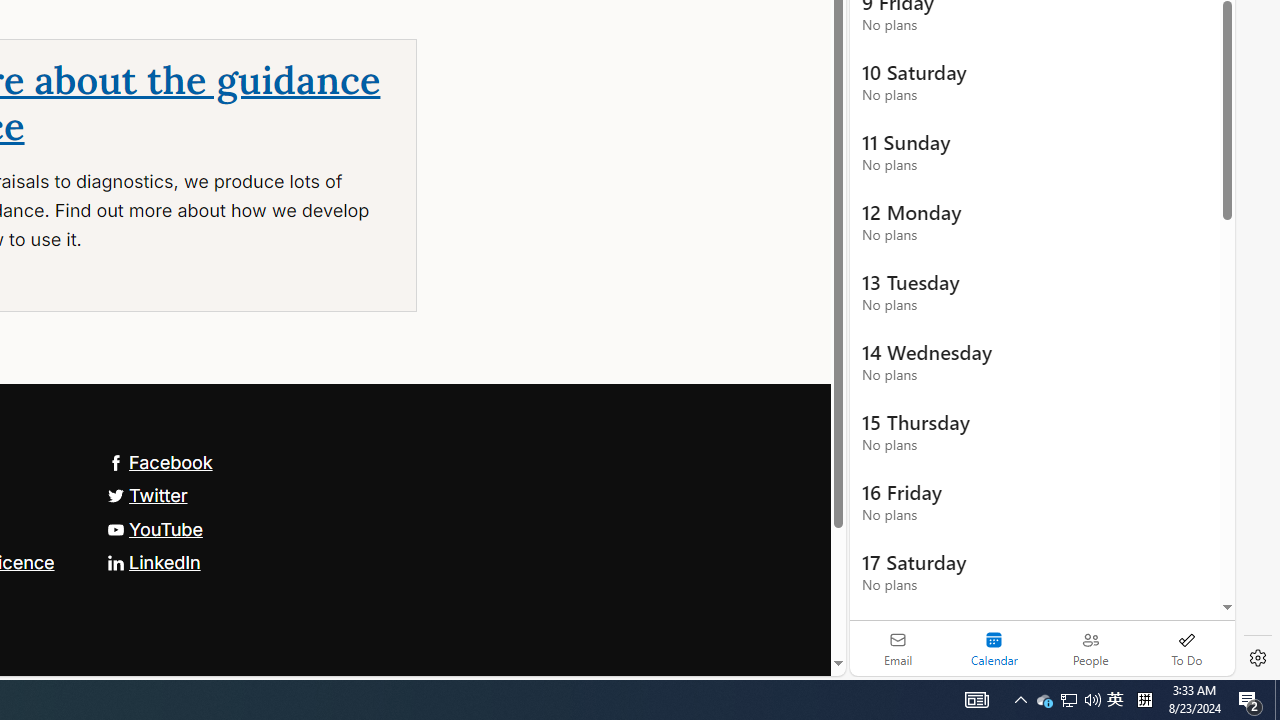 This screenshot has width=1280, height=720. Describe the element at coordinates (1257, 658) in the screenshot. I see `'Settings'` at that location.